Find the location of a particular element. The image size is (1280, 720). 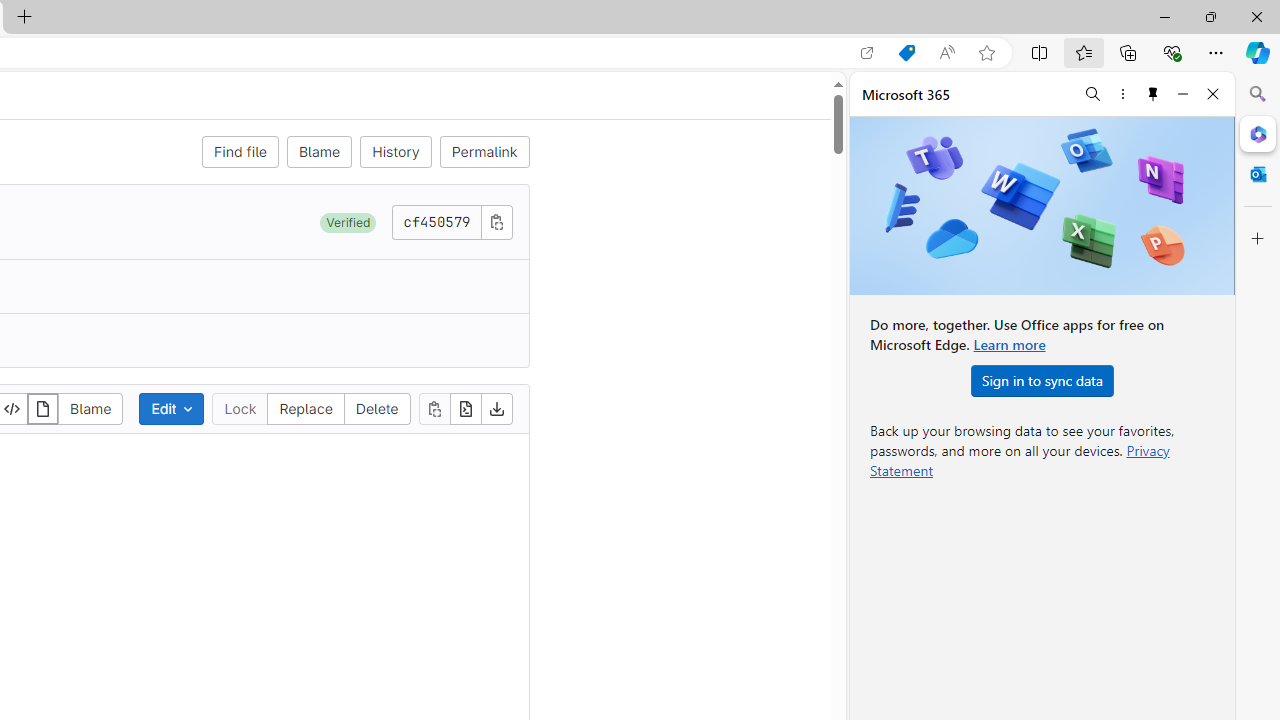

'Copy commit SHA' is located at coordinates (496, 221).